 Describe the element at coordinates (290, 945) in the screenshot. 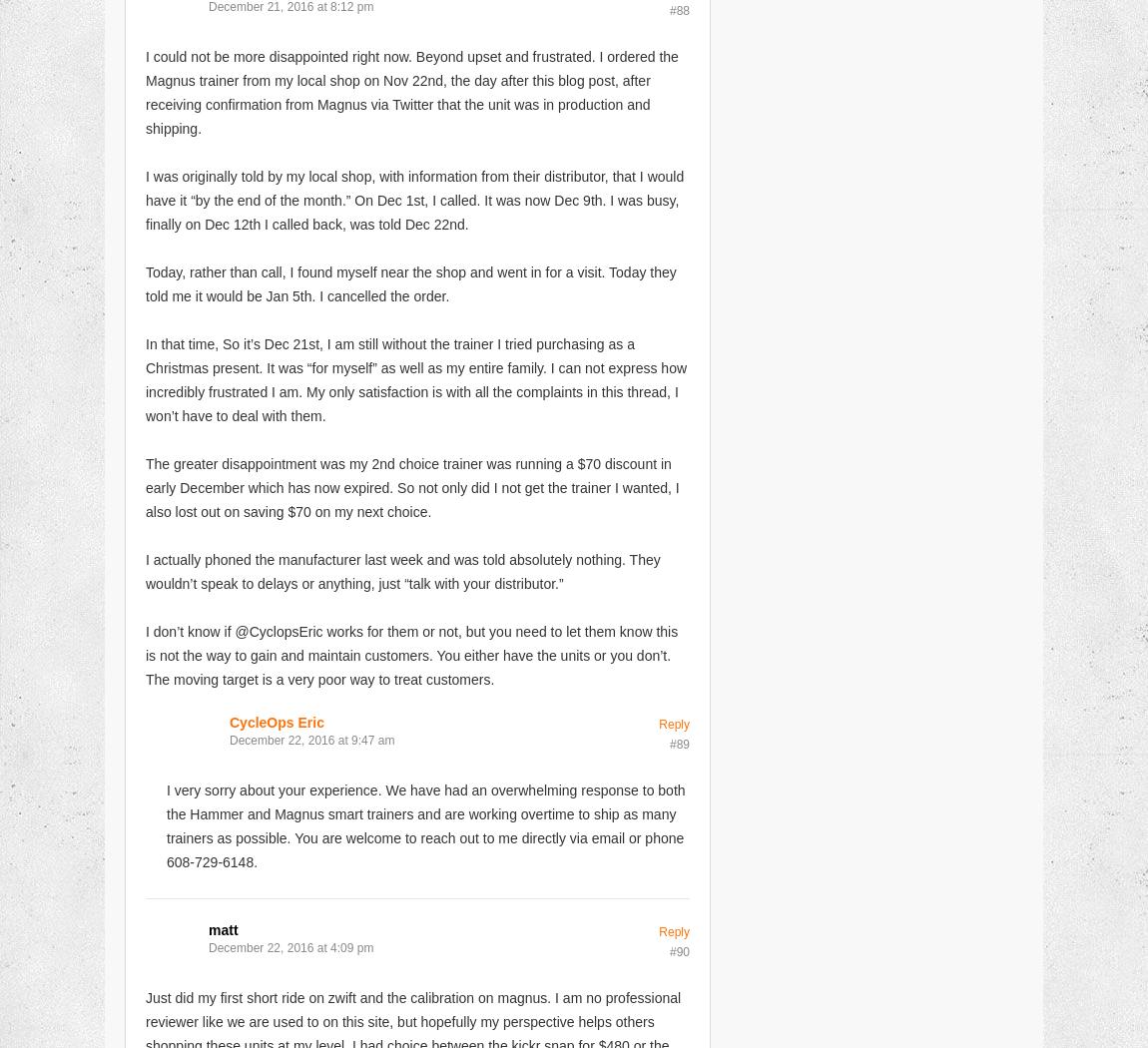

I see `'December 22, 2016 at 4:09 pm'` at that location.